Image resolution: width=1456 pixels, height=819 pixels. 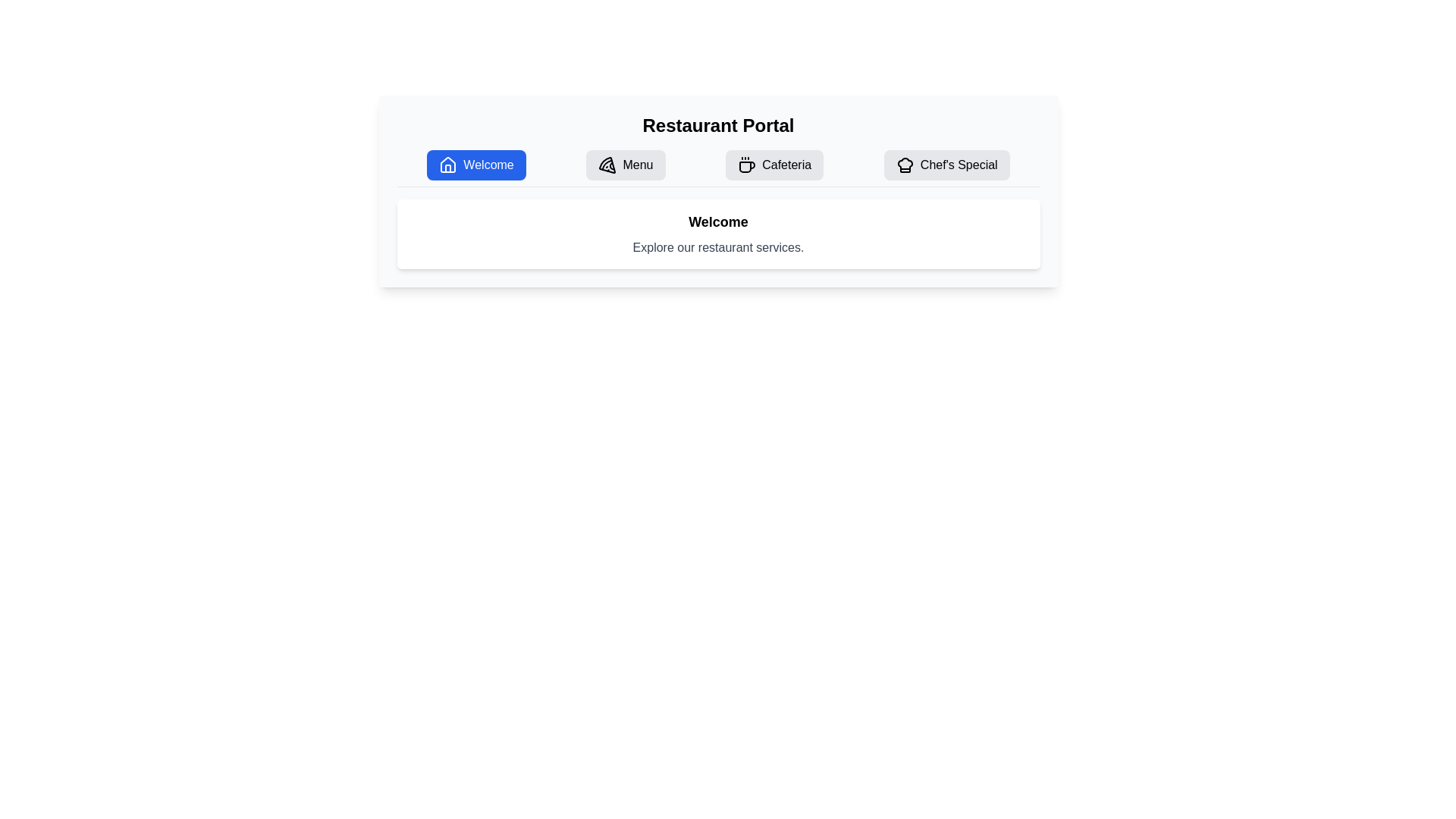 I want to click on the 'Cafeteria' button, which is a text label in a light gray rounded rectangle within the navigation menu, so click(x=786, y=165).